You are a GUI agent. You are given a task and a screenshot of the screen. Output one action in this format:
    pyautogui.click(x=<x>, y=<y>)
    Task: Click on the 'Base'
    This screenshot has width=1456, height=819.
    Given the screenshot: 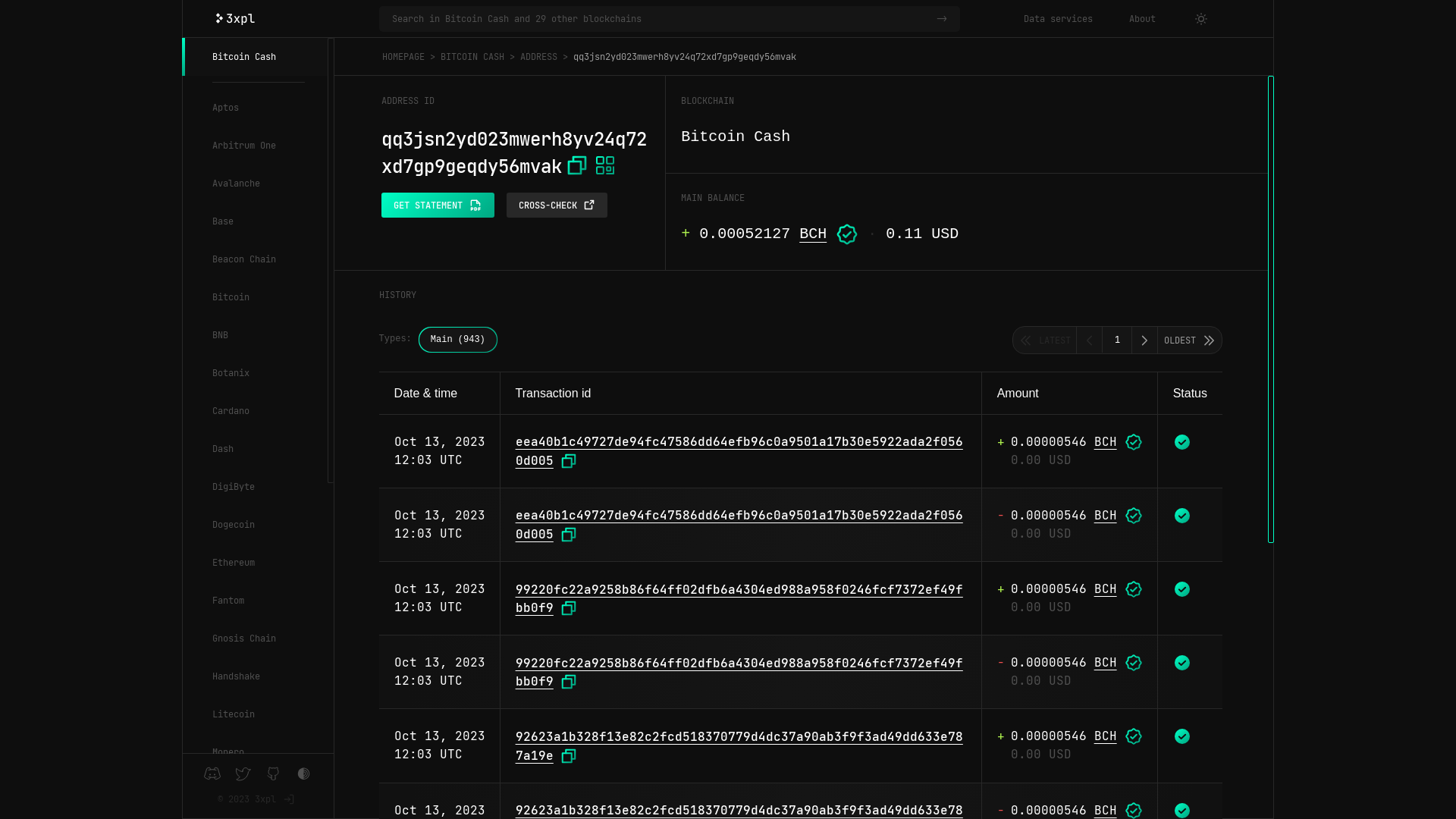 What is the action you would take?
    pyautogui.click(x=255, y=221)
    